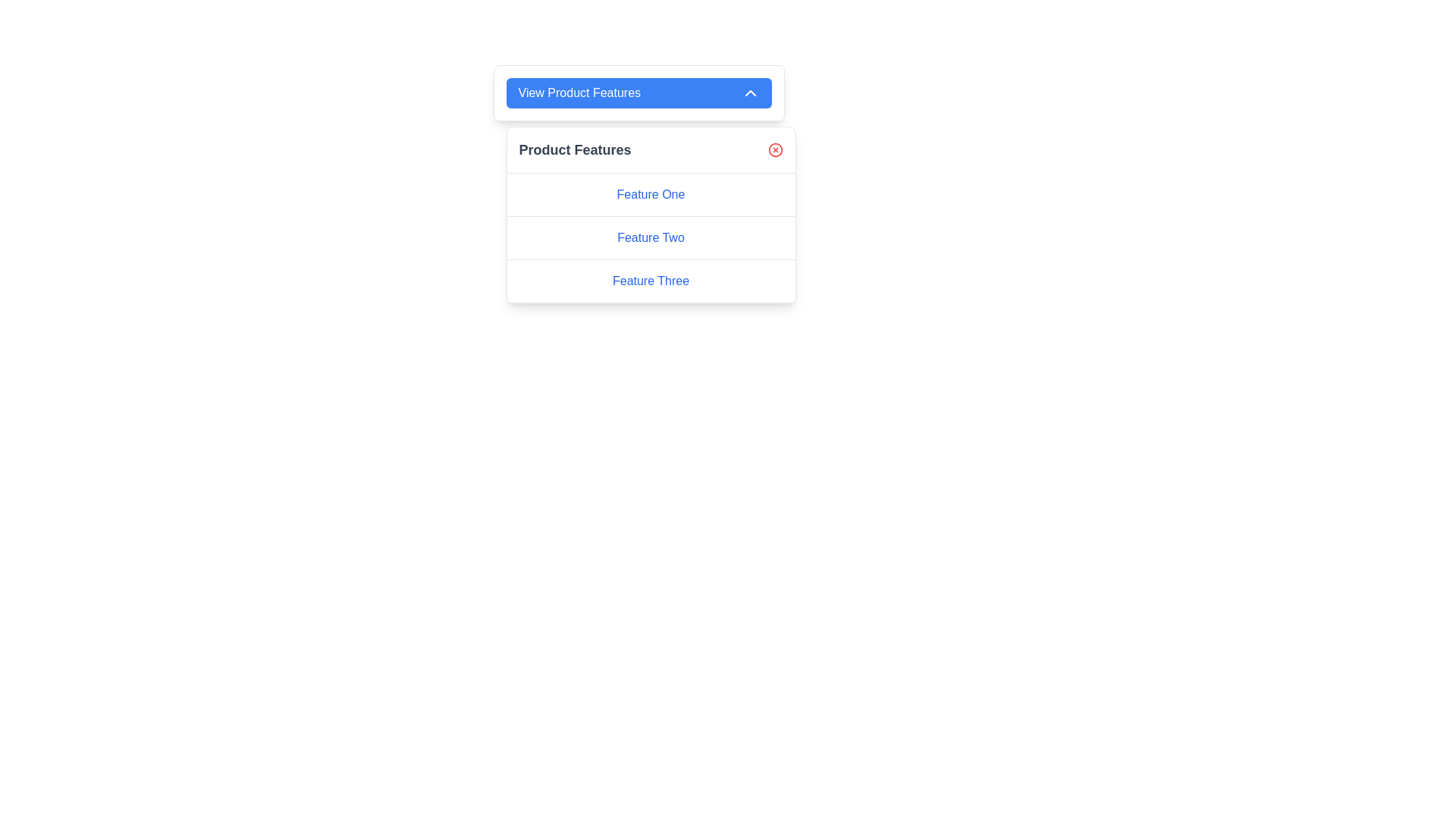  I want to click on the navigational link labeled 'Feature Three' located under the 'Product Features' section, so click(651, 281).